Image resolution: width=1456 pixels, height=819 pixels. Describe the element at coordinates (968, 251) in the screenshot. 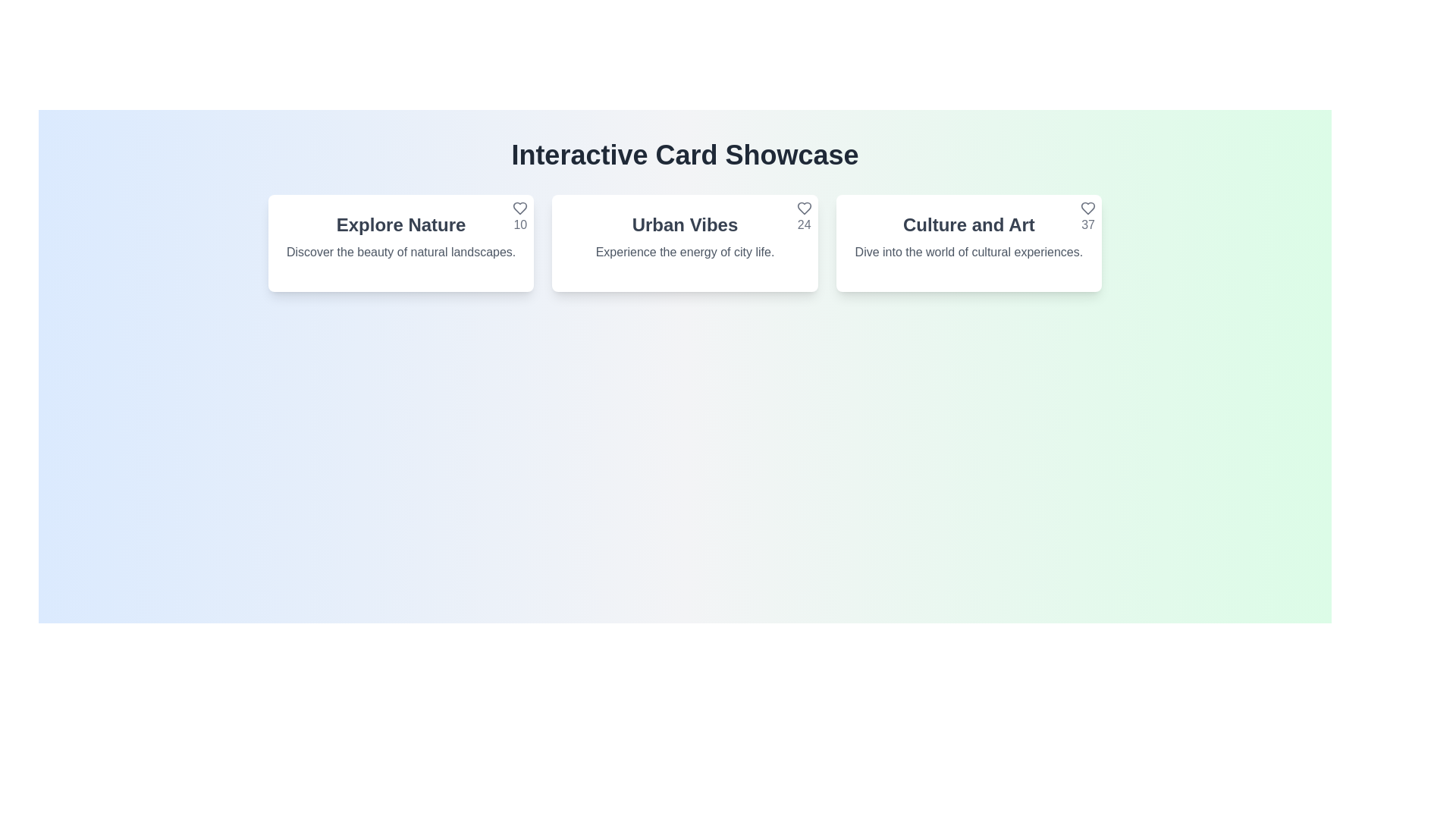

I see `descriptive text element located under the title 'Culture and Art' in the third card from the left, which provides supportive information related to the card's main title` at that location.